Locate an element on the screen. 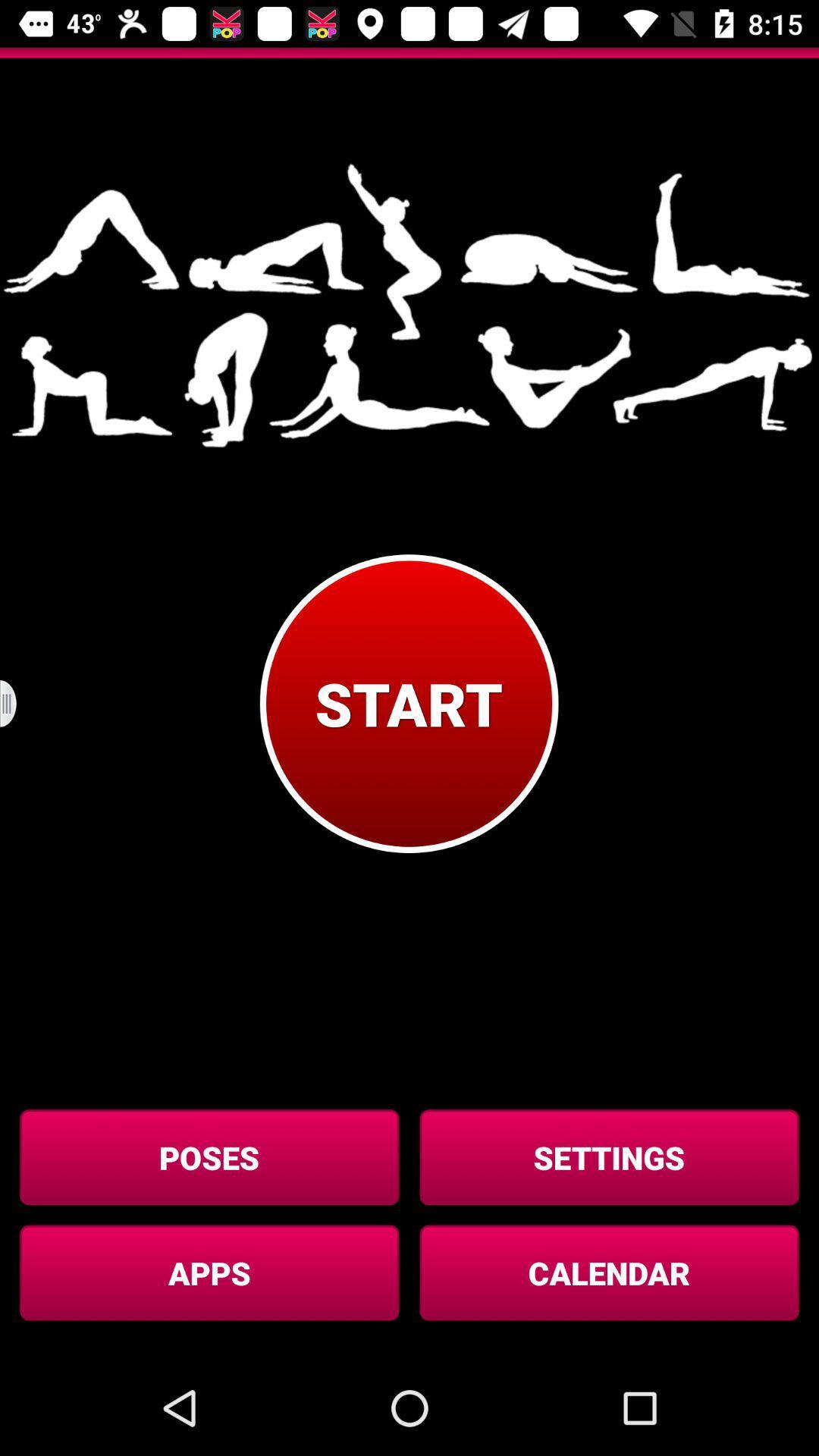 This screenshot has height=1456, width=819. button next to apps button is located at coordinates (608, 1272).